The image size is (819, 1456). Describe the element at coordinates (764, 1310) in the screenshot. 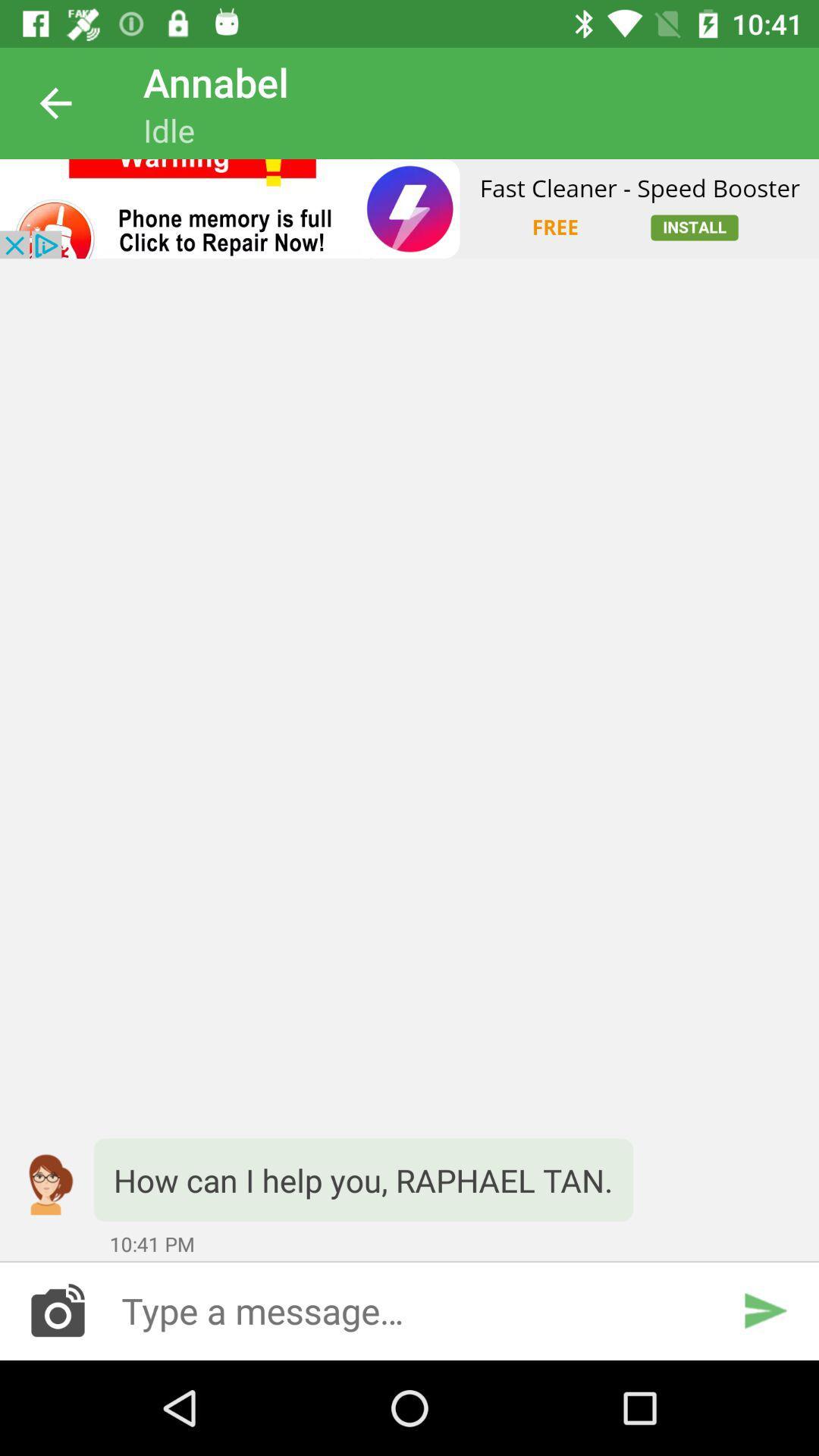

I see `the send icon` at that location.